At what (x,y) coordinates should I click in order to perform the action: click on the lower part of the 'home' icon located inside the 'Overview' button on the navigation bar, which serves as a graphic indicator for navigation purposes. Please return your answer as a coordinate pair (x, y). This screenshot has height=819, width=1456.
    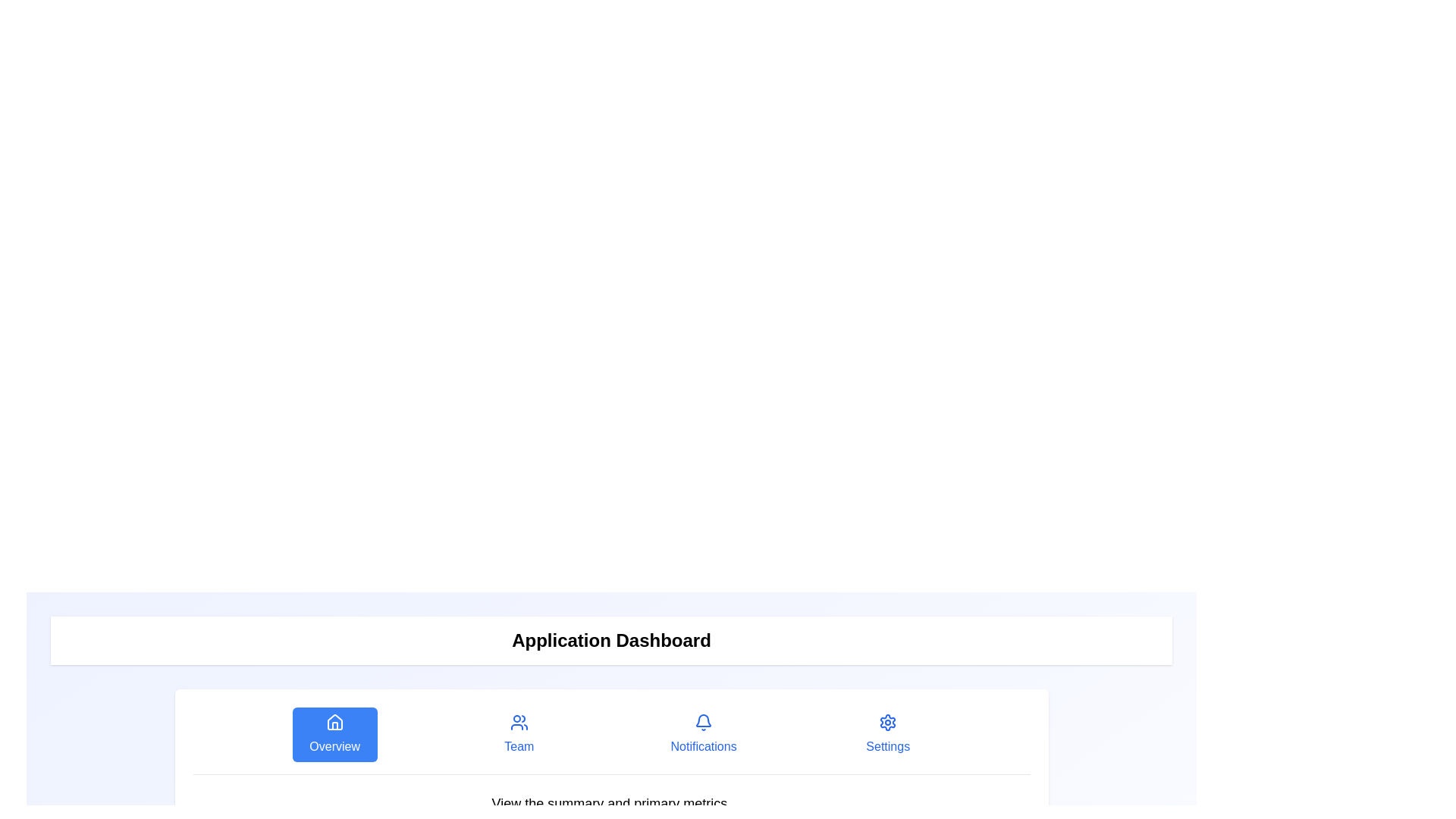
    Looking at the image, I should click on (334, 721).